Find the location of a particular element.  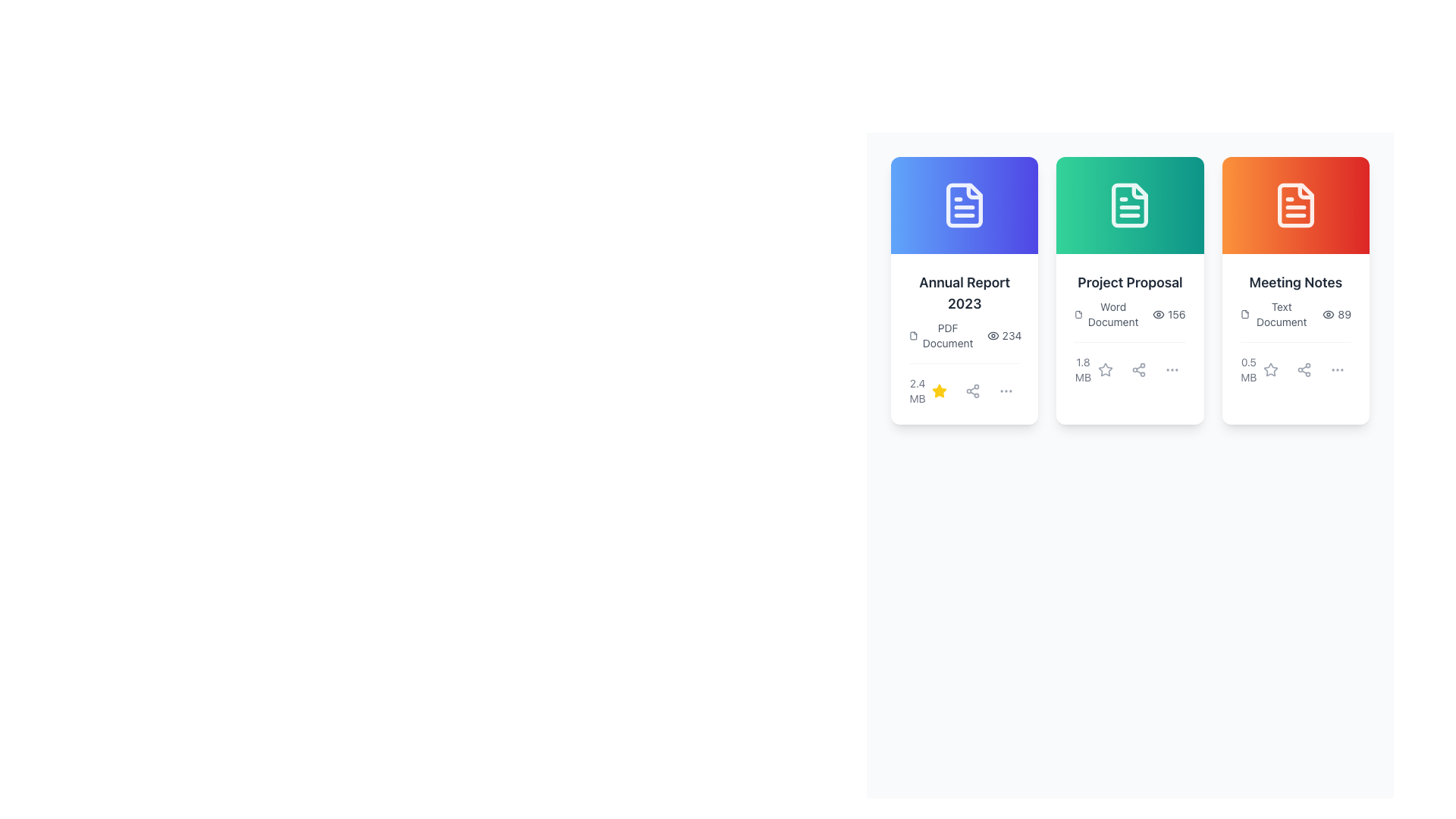

text label displaying 'Annual Report 2023' which is styled in bold and located at the top of a card-like component with a blue header is located at coordinates (964, 293).